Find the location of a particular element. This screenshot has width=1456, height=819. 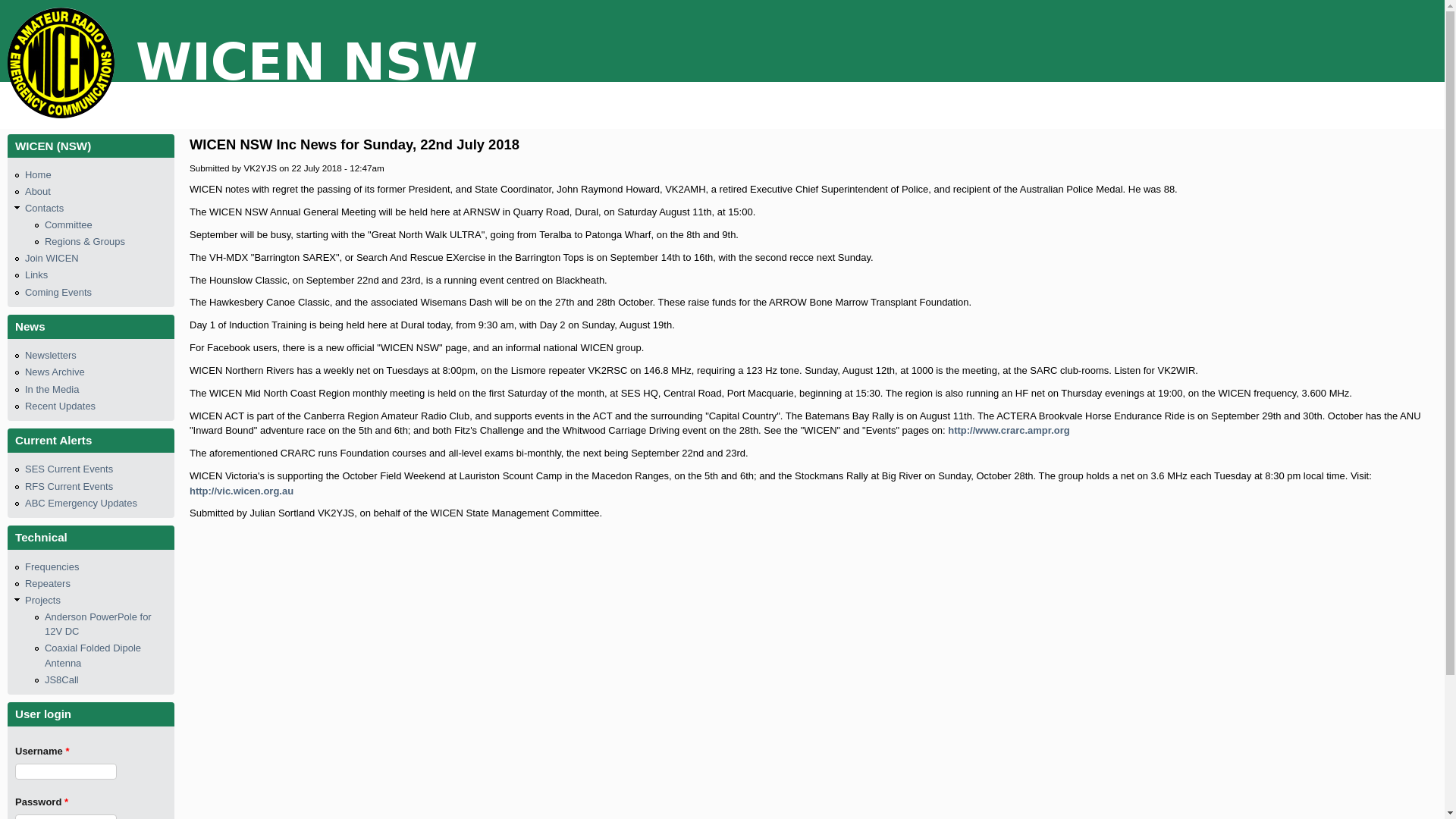

'ABC Emergency Updates' is located at coordinates (80, 503).